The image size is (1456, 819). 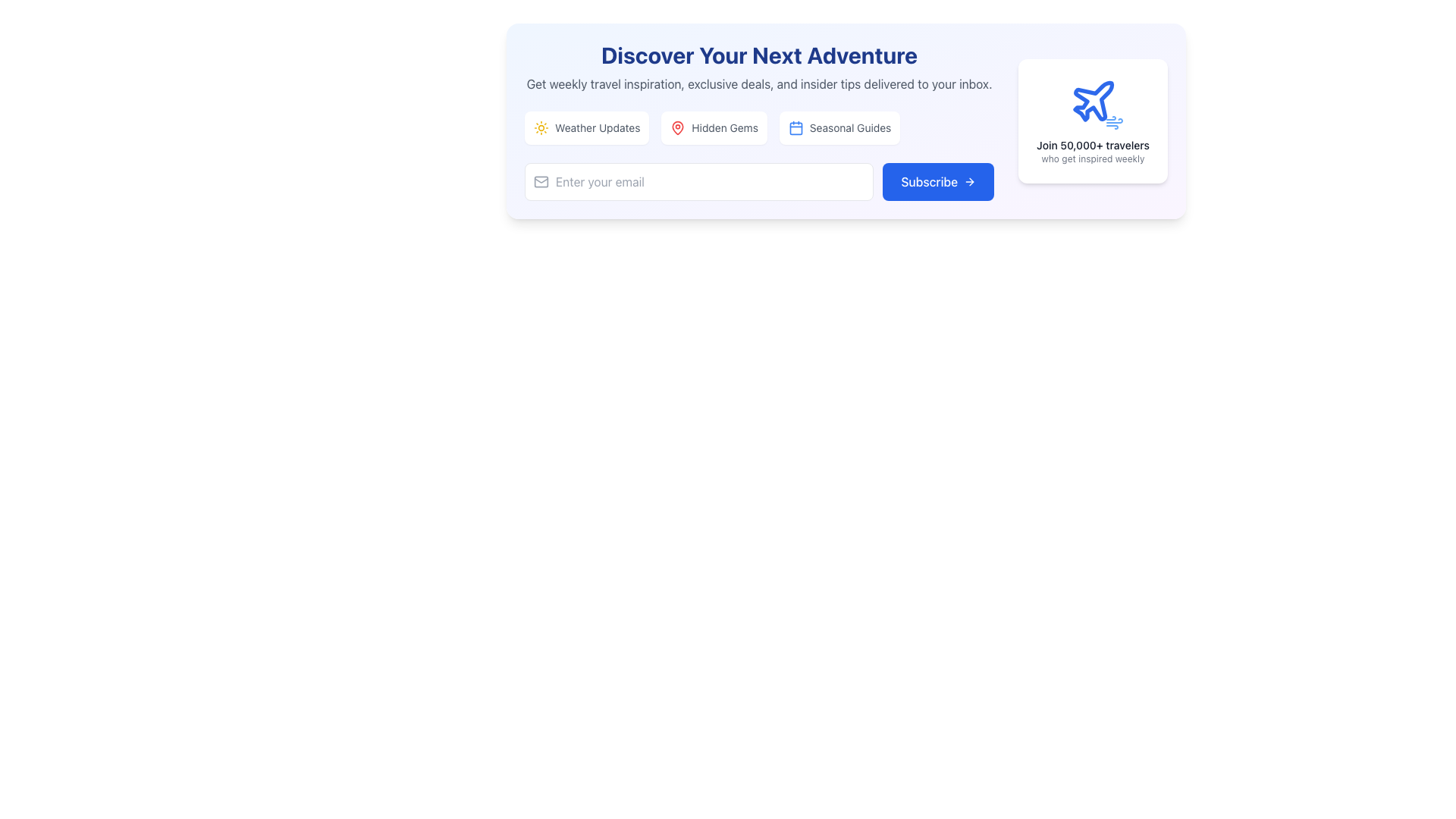 I want to click on the Icon that complements the 'Seasonal Guides' button, located to the left of the text in the same horizontal row, so click(x=795, y=127).